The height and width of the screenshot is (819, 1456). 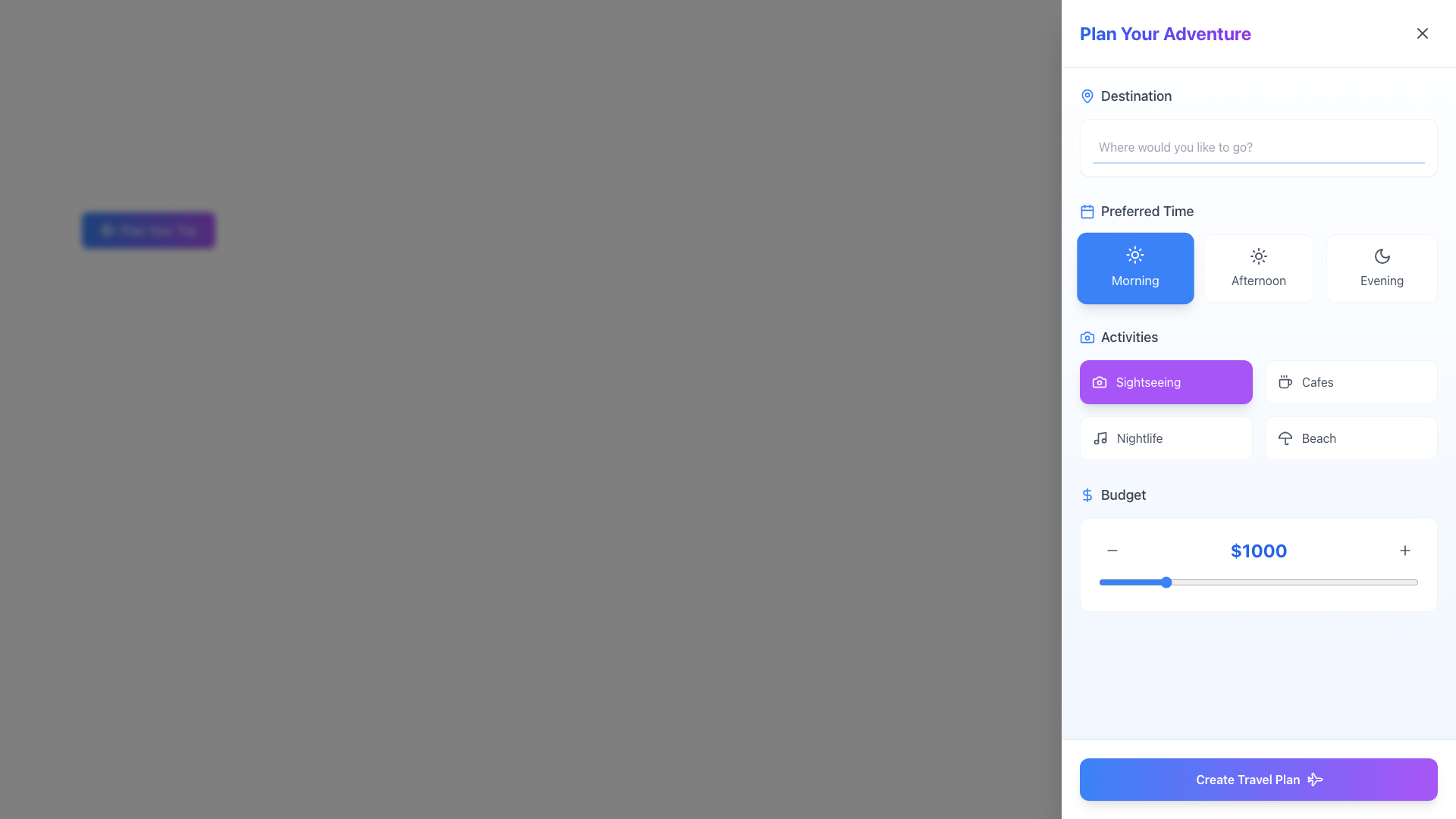 What do you see at coordinates (1148, 381) in the screenshot?
I see `the 'Sightseeing' button in the 'Activities' section` at bounding box center [1148, 381].